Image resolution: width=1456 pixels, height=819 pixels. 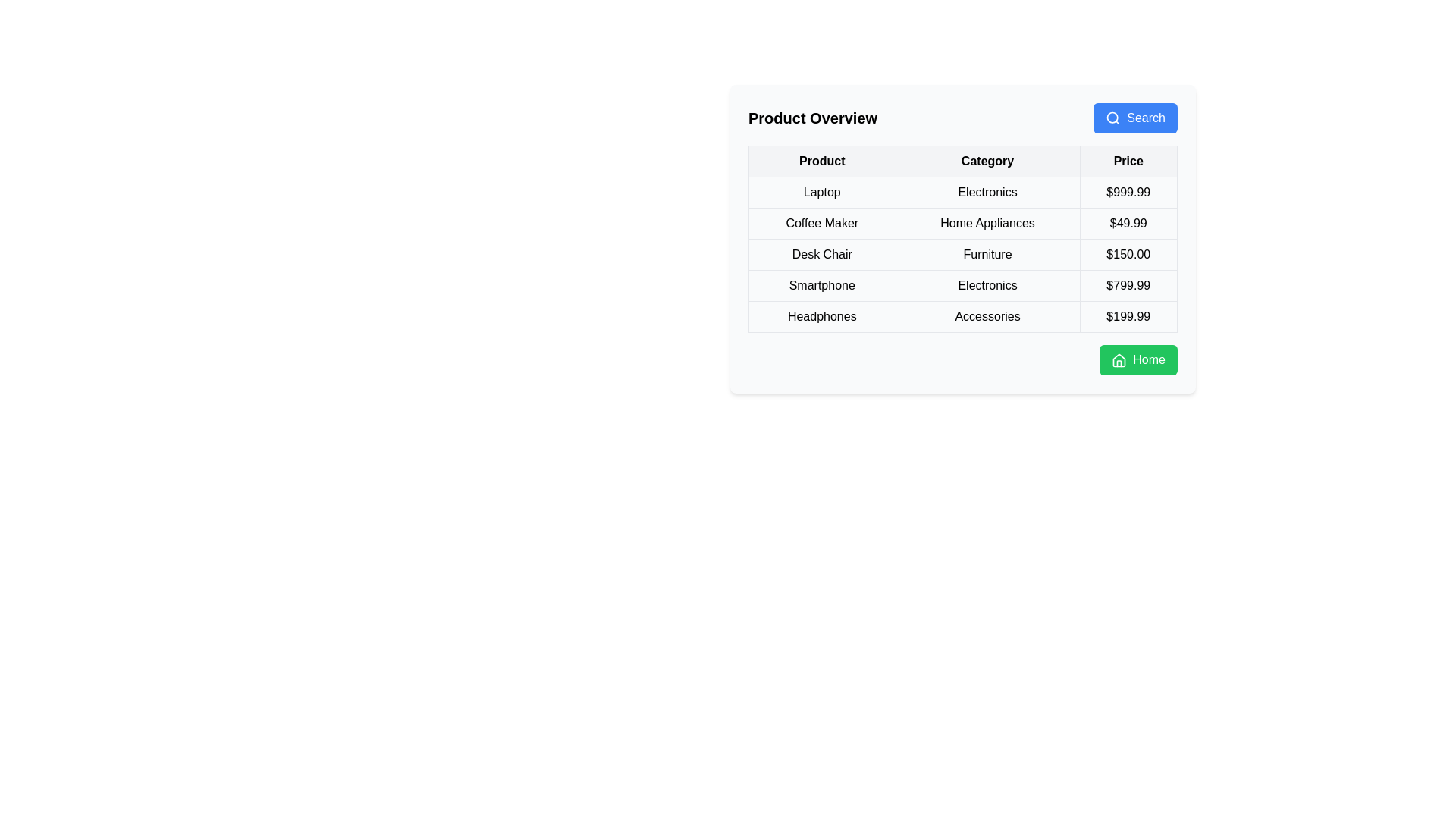 What do you see at coordinates (1128, 286) in the screenshot?
I see `the price text label for the 'Smartphone' item in the last column of the product overview table` at bounding box center [1128, 286].